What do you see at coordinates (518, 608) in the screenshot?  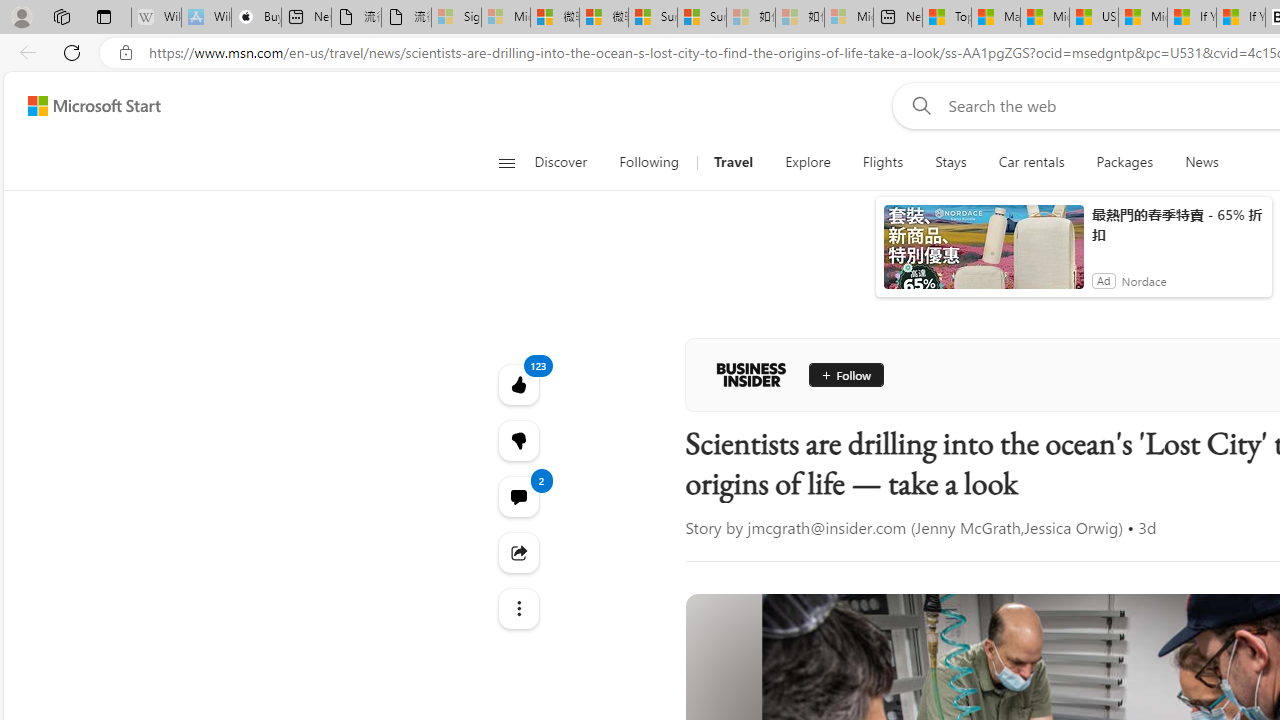 I see `'Class: at-item'` at bounding box center [518, 608].